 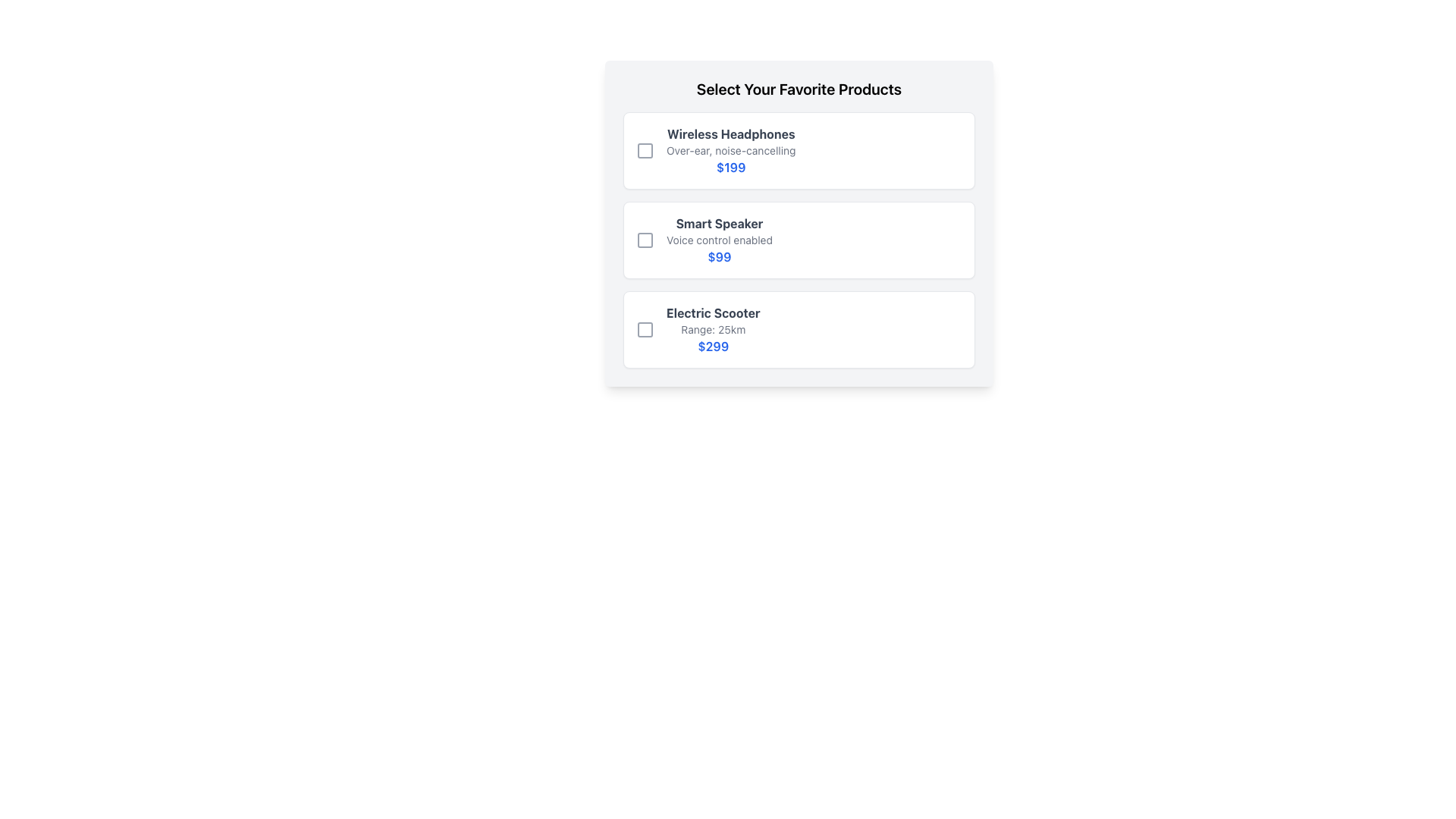 What do you see at coordinates (731, 151) in the screenshot?
I see `the text block containing 'Wireless Headphones'` at bounding box center [731, 151].